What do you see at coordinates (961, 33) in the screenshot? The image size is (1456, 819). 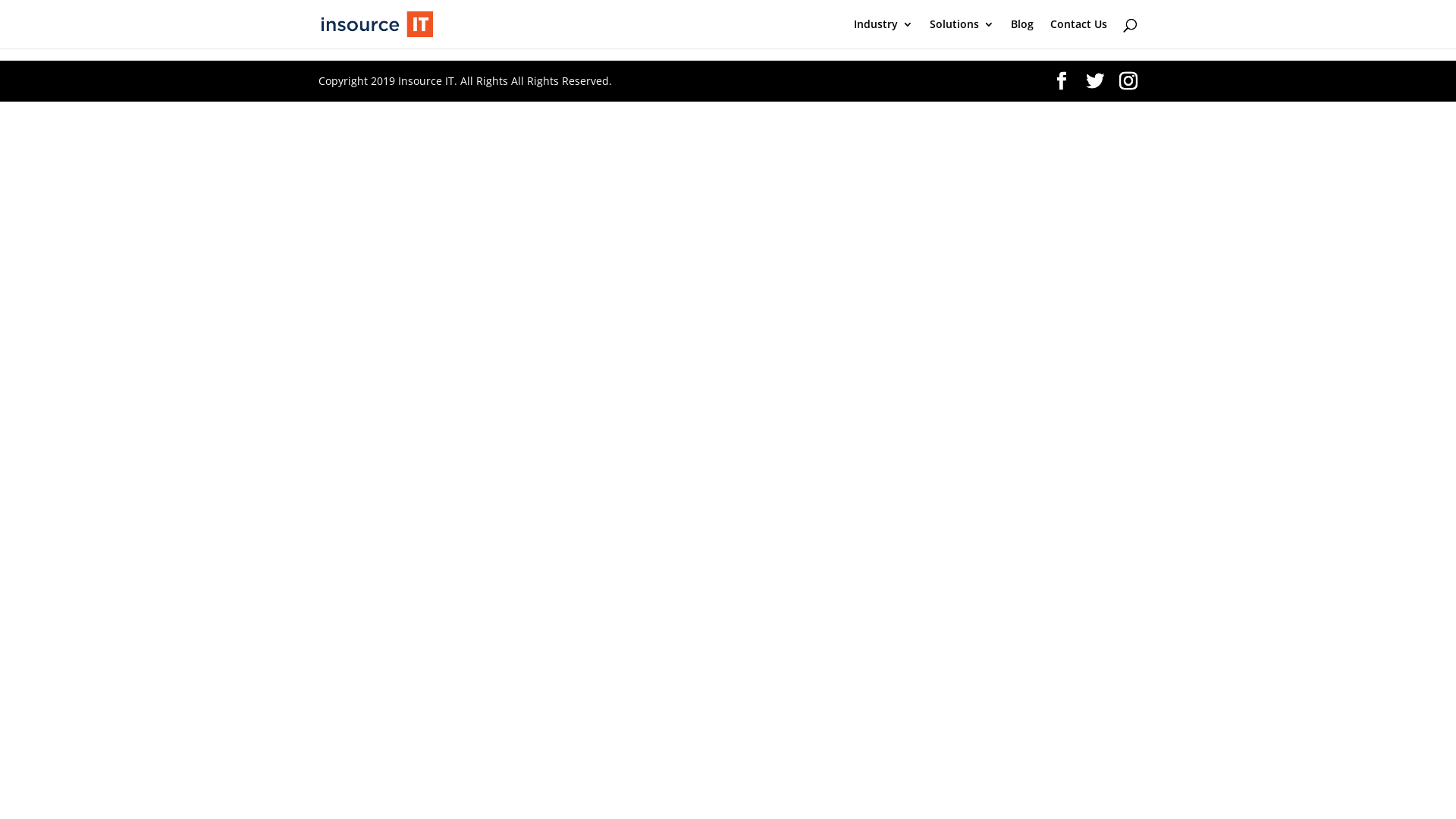 I see `'Solutions'` at bounding box center [961, 33].